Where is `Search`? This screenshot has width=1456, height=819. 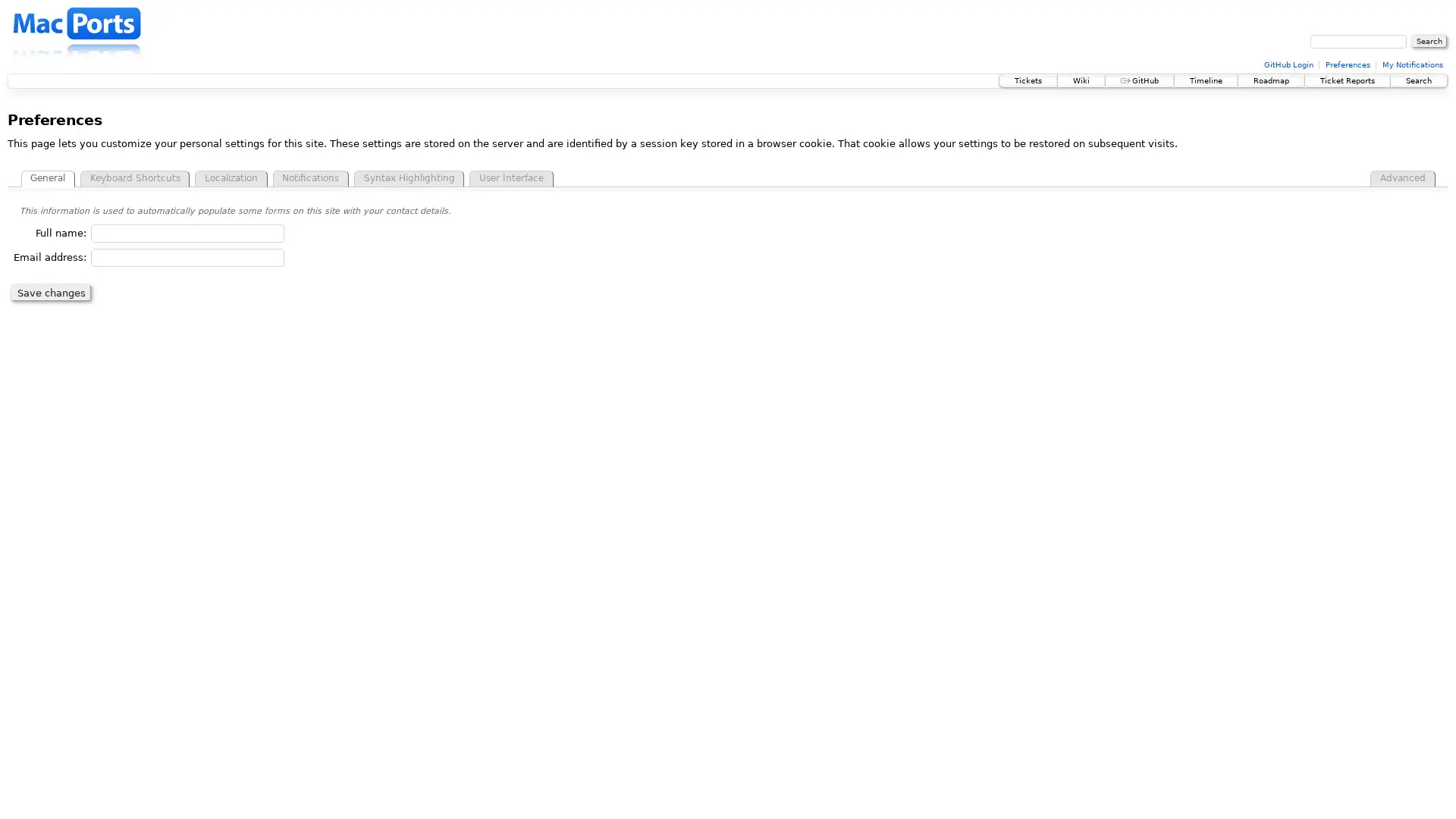 Search is located at coordinates (1429, 40).